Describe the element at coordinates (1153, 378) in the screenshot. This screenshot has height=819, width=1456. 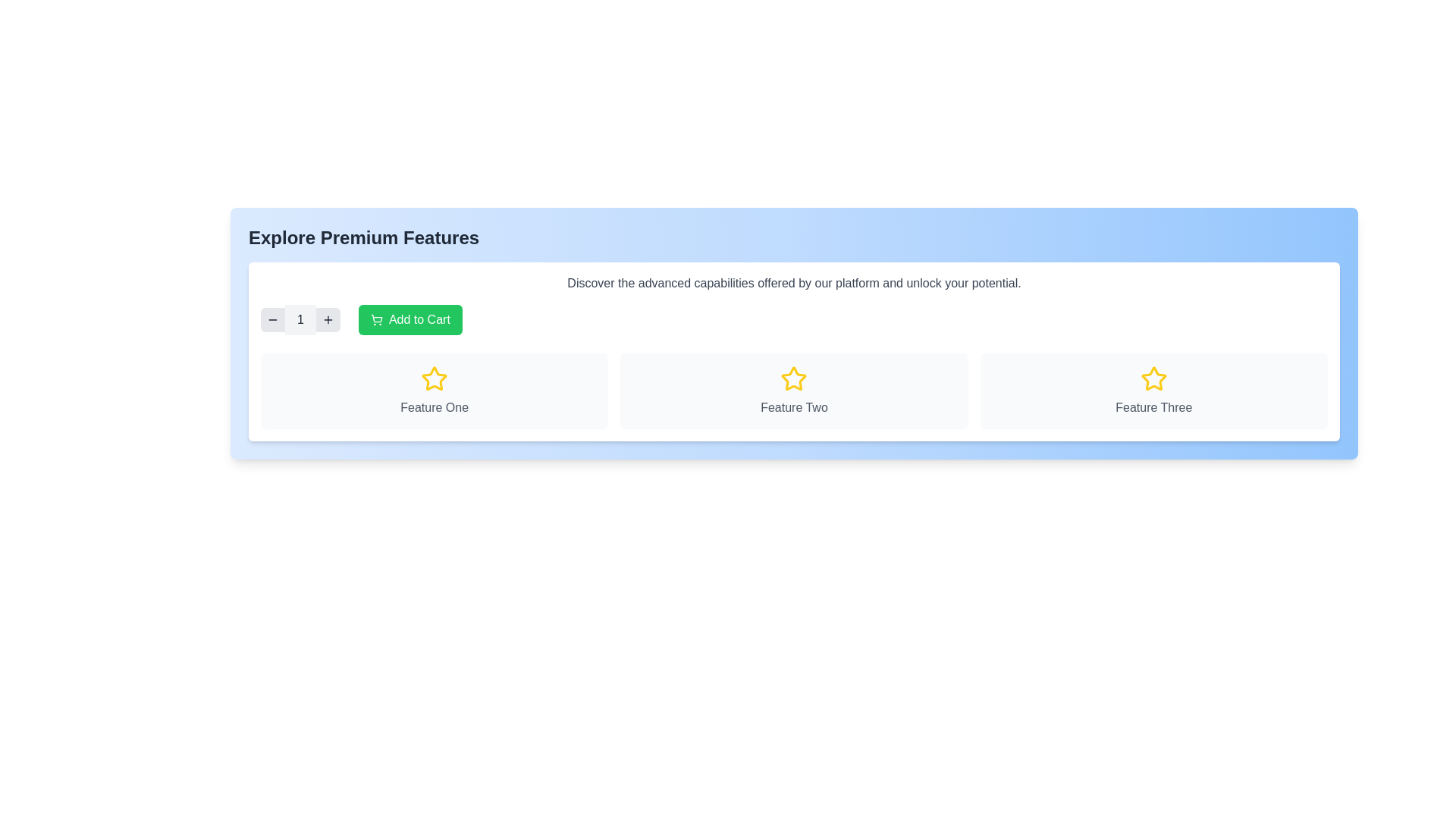
I see `the star-shaped icon outlined in bold yellow color` at that location.